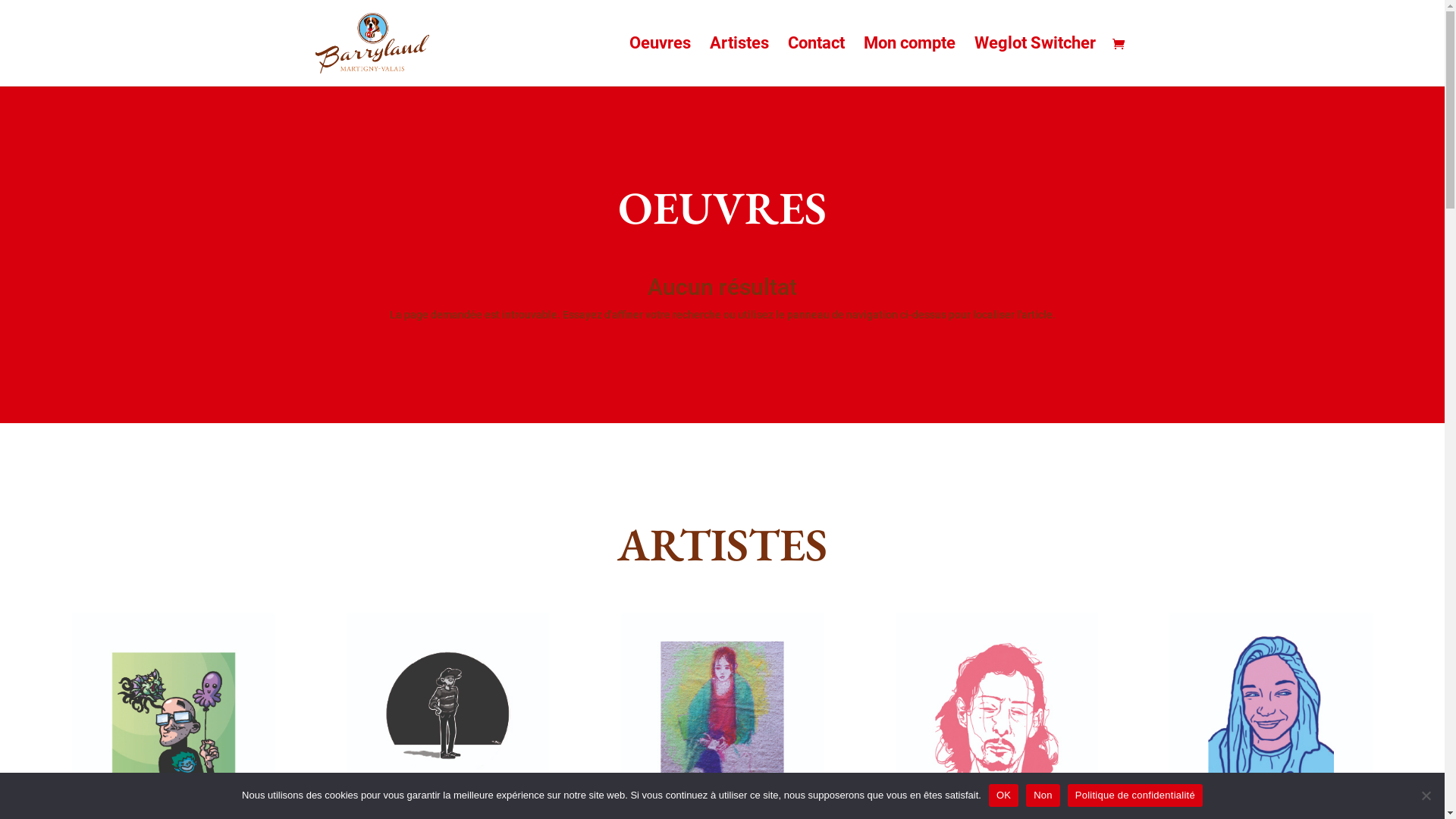  Describe the element at coordinates (173, 714) in the screenshot. I see `'Guillaume_Mayor-100'` at that location.